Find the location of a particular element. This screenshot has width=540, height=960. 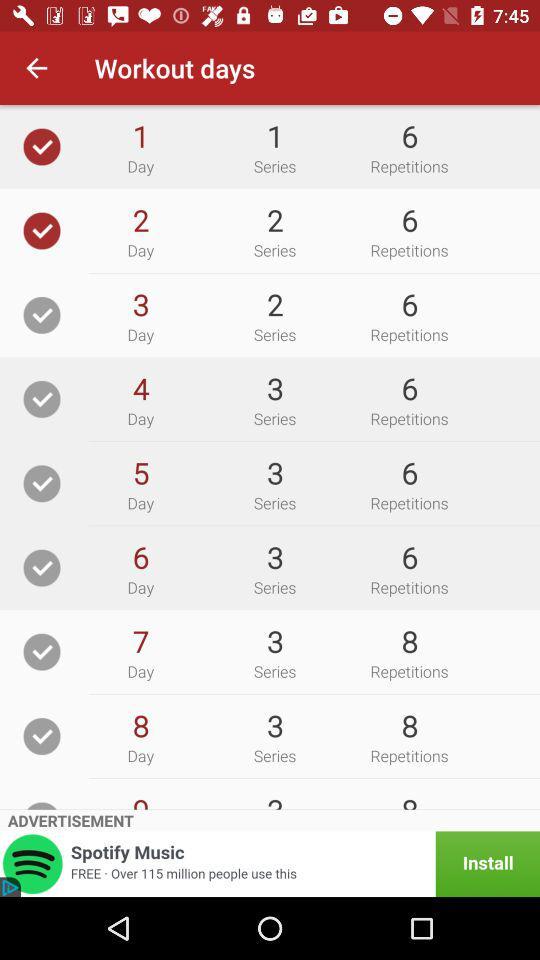

item above day icon is located at coordinates (139, 473).